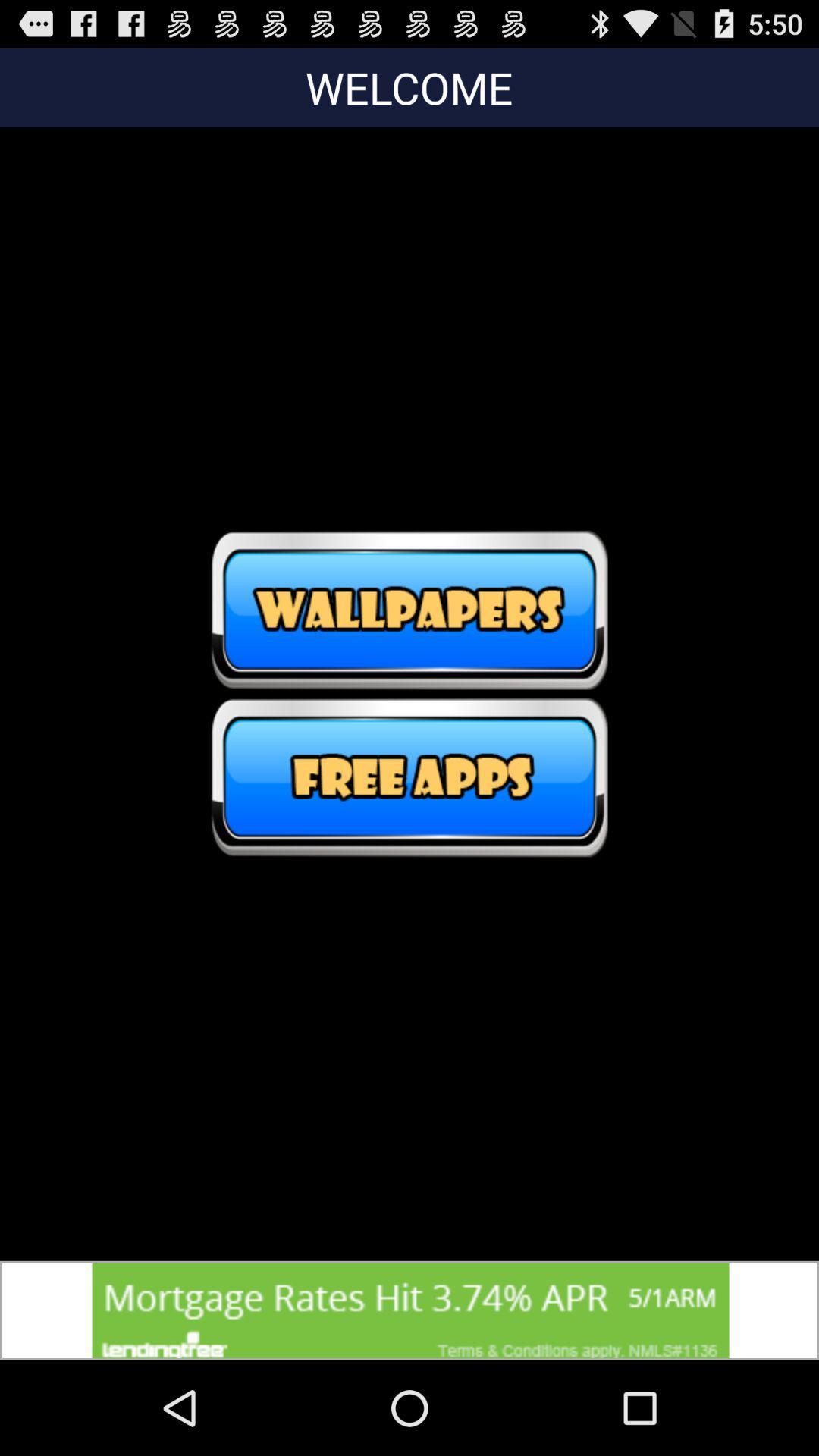 This screenshot has width=819, height=1456. What do you see at coordinates (409, 777) in the screenshot?
I see `link button` at bounding box center [409, 777].